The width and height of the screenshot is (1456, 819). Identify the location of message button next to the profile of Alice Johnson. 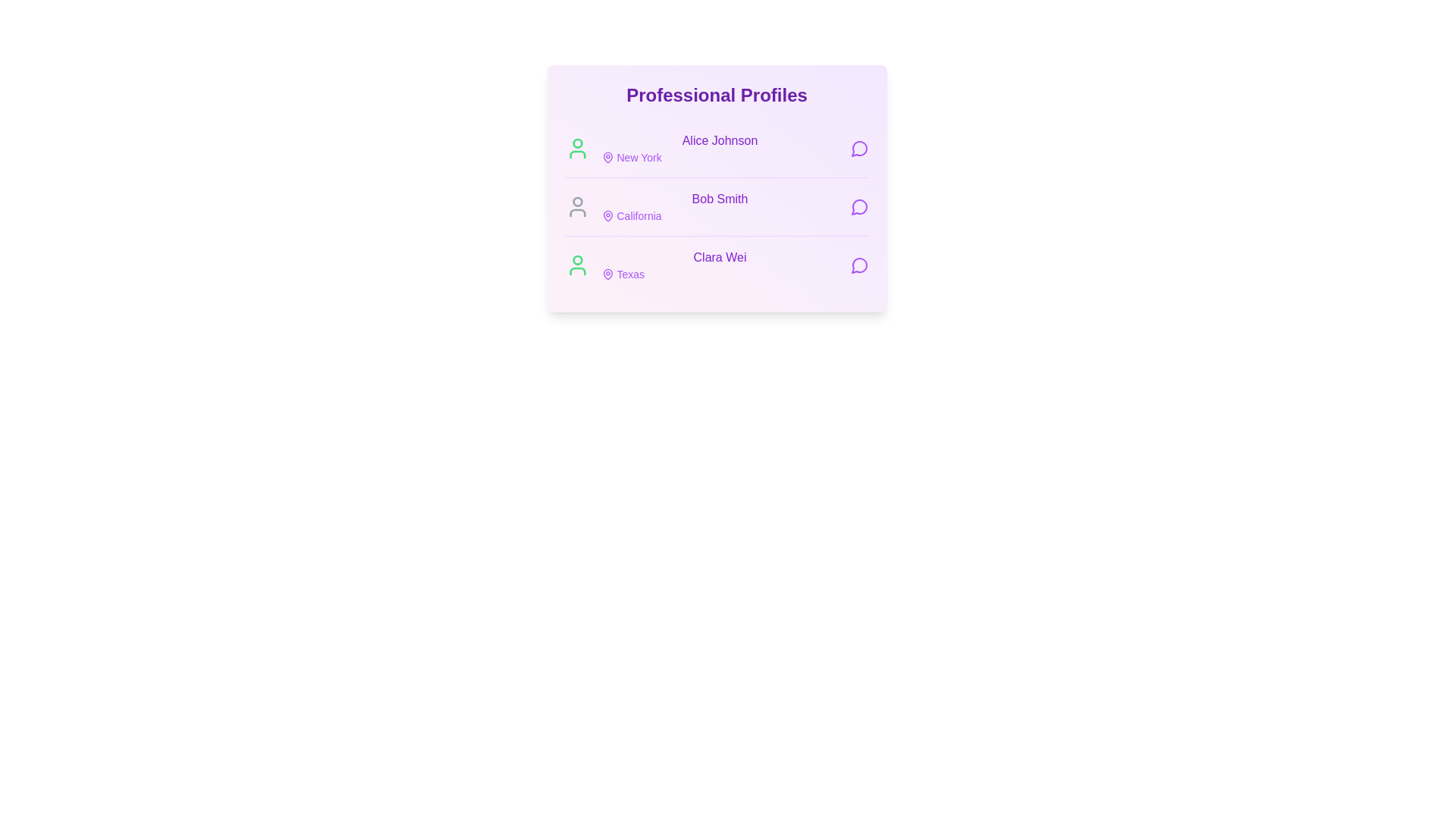
(859, 149).